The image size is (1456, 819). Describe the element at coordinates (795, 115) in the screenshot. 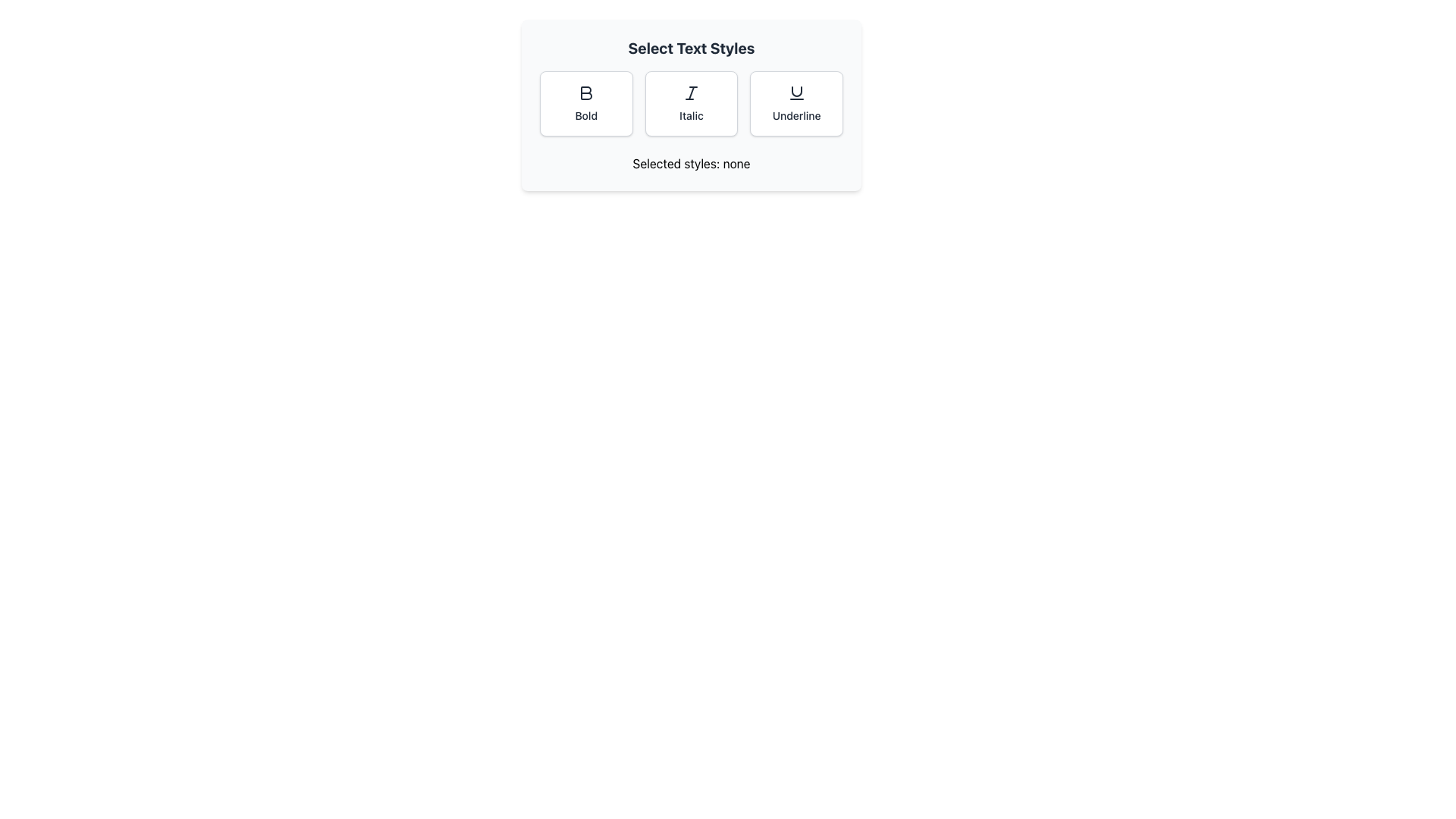

I see `the 'Underline' text label` at that location.